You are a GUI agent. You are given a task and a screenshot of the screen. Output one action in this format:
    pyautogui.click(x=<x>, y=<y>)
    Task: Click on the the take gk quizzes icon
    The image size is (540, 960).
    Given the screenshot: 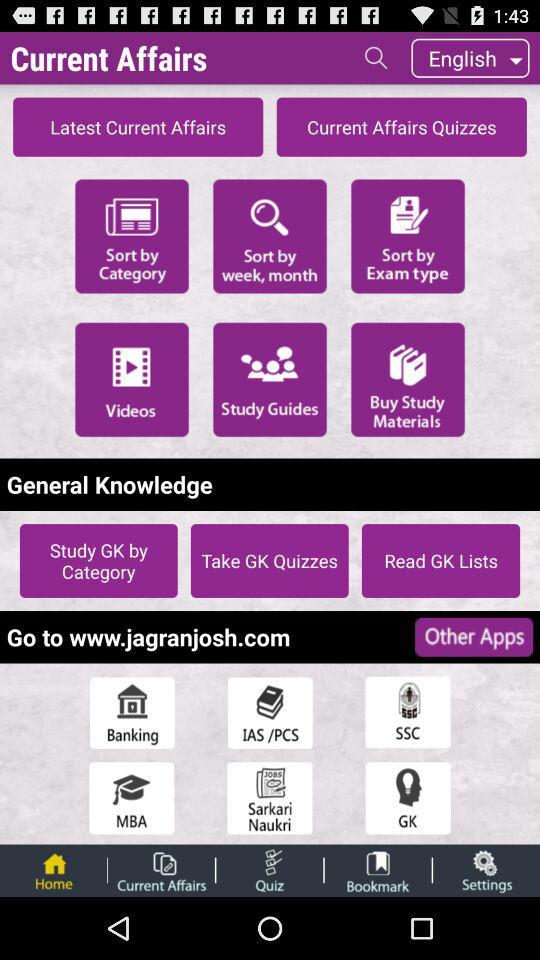 What is the action you would take?
    pyautogui.click(x=269, y=560)
    